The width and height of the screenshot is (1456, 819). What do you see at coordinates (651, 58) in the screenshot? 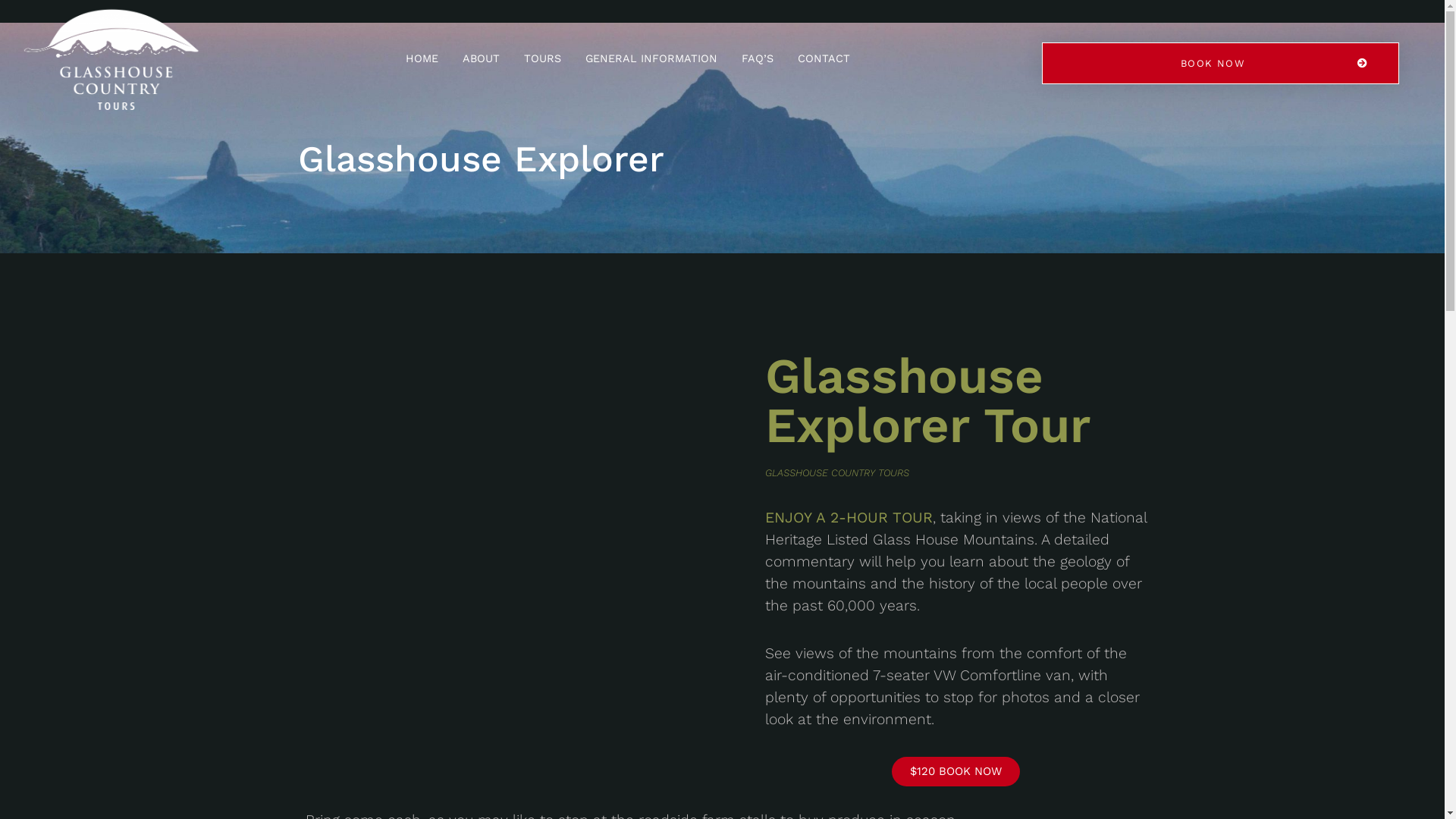
I see `'GENERAL INFORMATION'` at bounding box center [651, 58].